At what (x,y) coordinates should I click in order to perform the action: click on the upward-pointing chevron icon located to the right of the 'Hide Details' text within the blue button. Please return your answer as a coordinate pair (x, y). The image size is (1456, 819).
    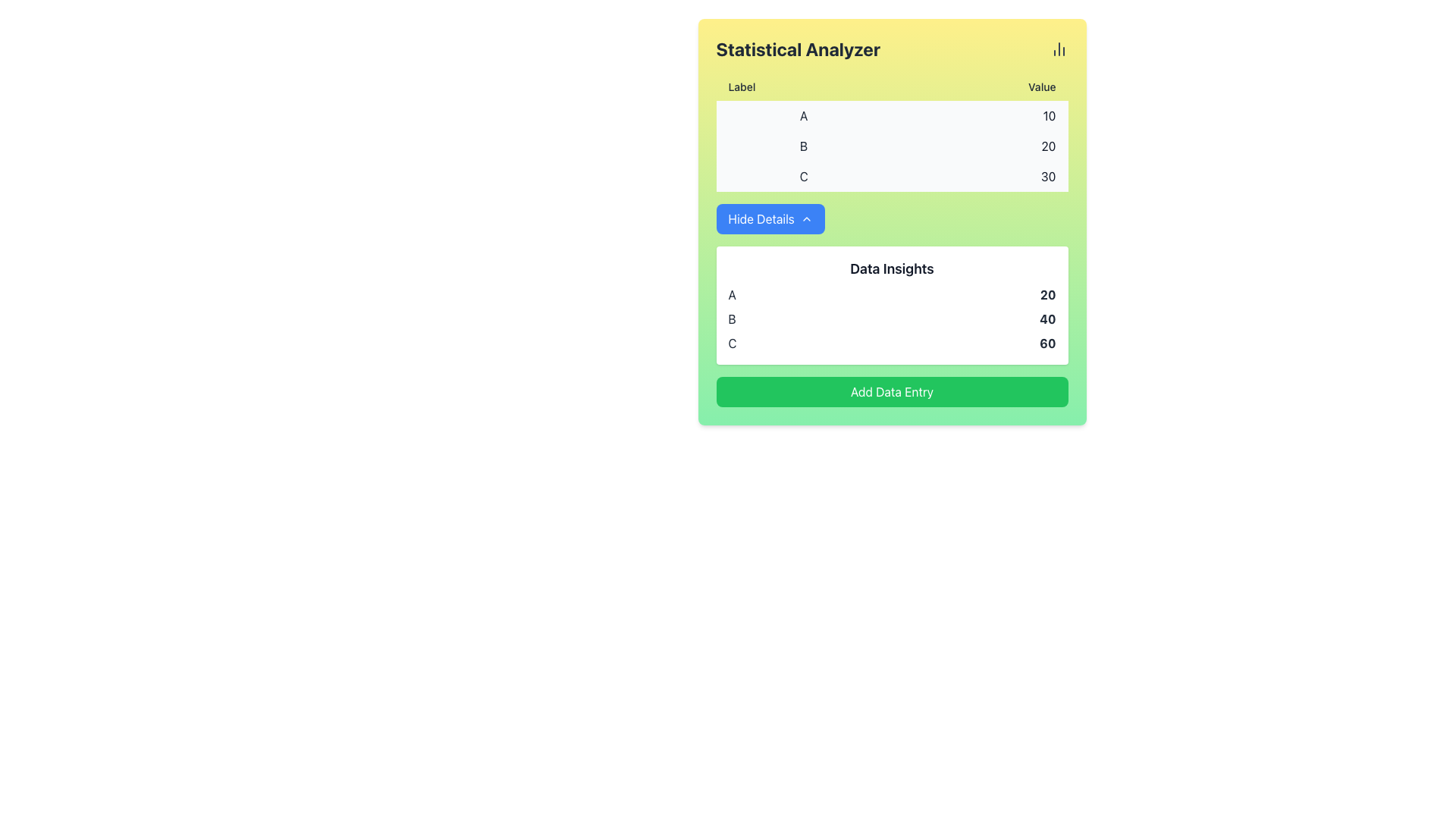
    Looking at the image, I should click on (805, 219).